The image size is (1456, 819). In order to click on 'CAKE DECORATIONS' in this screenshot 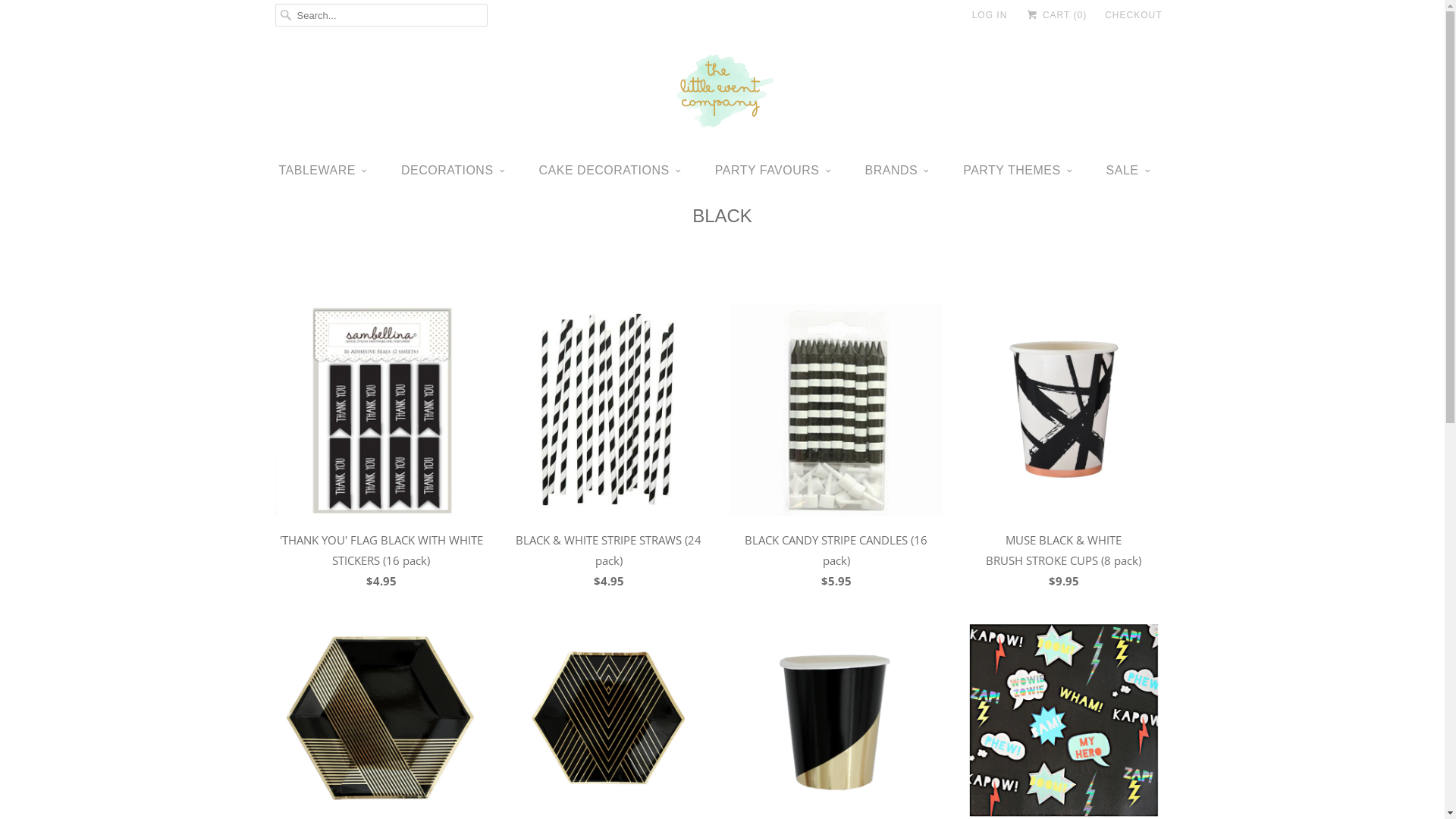, I will do `click(610, 171)`.